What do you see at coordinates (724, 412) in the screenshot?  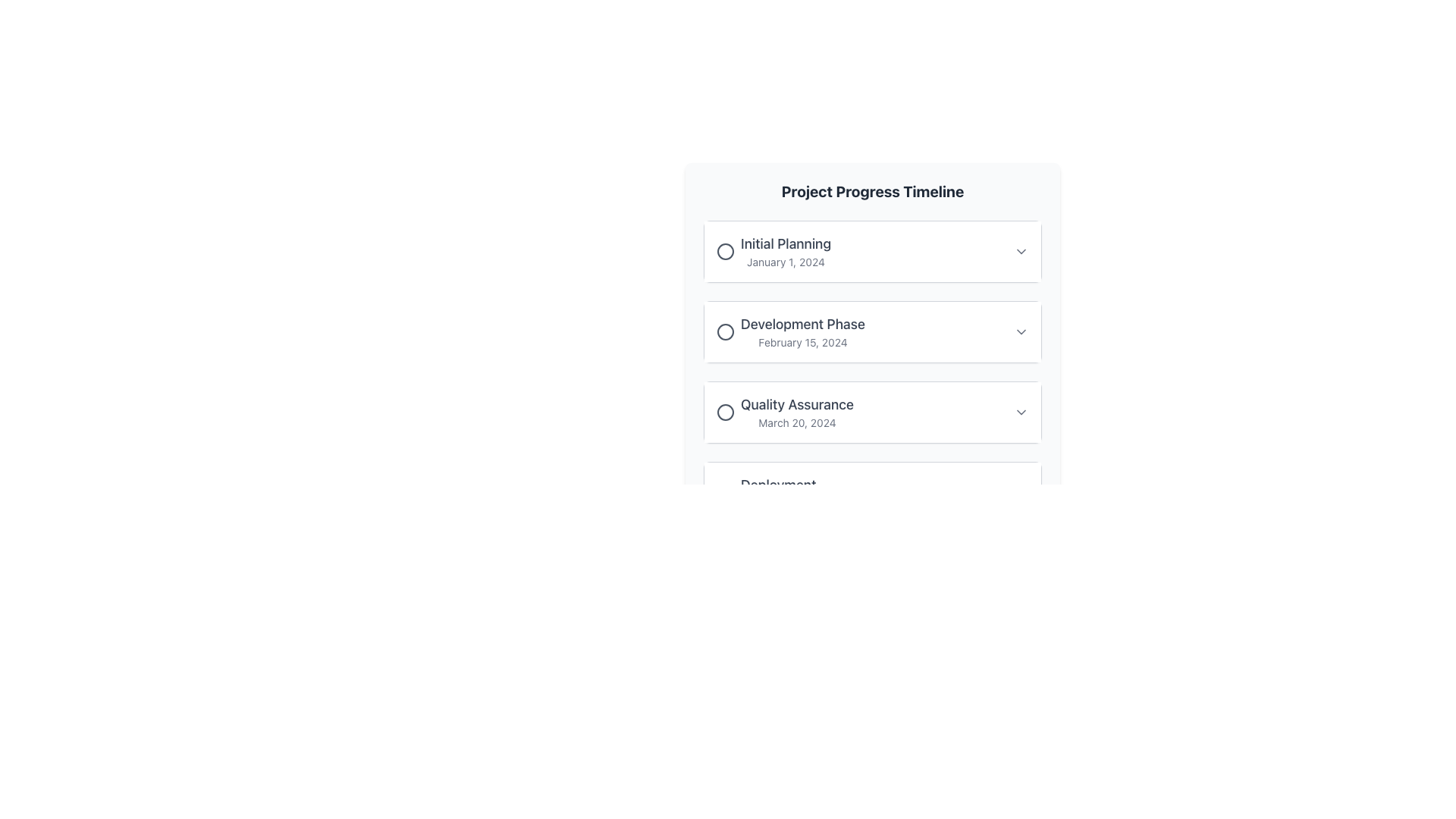 I see `the decorative circular icon with a thick border located next to 'Quality Assurance, March 20, 2024', which is the third in a vertical sequence within a timeline section` at bounding box center [724, 412].